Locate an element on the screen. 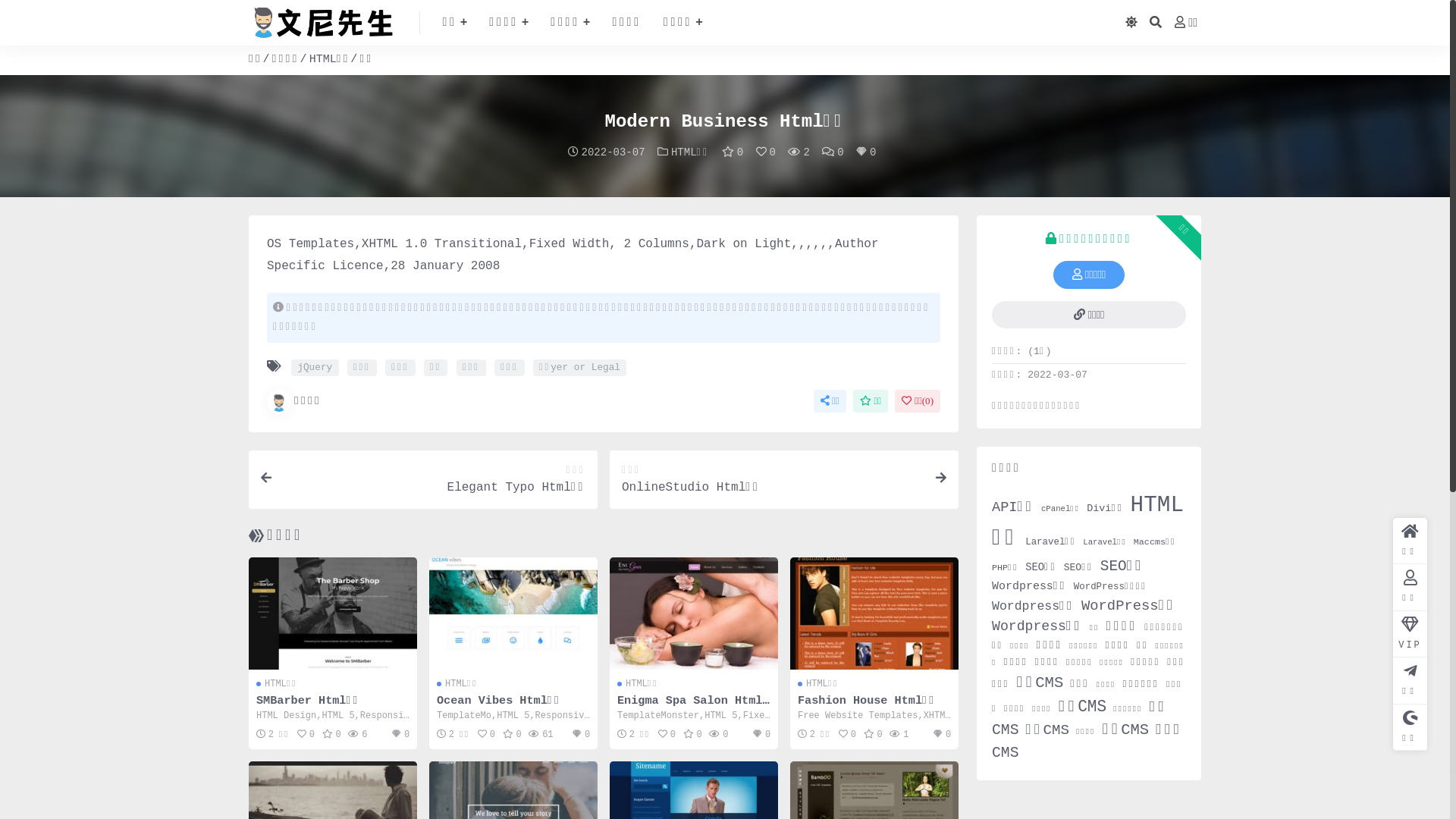 The height and width of the screenshot is (819, 1456). 'jQuery' is located at coordinates (291, 368).